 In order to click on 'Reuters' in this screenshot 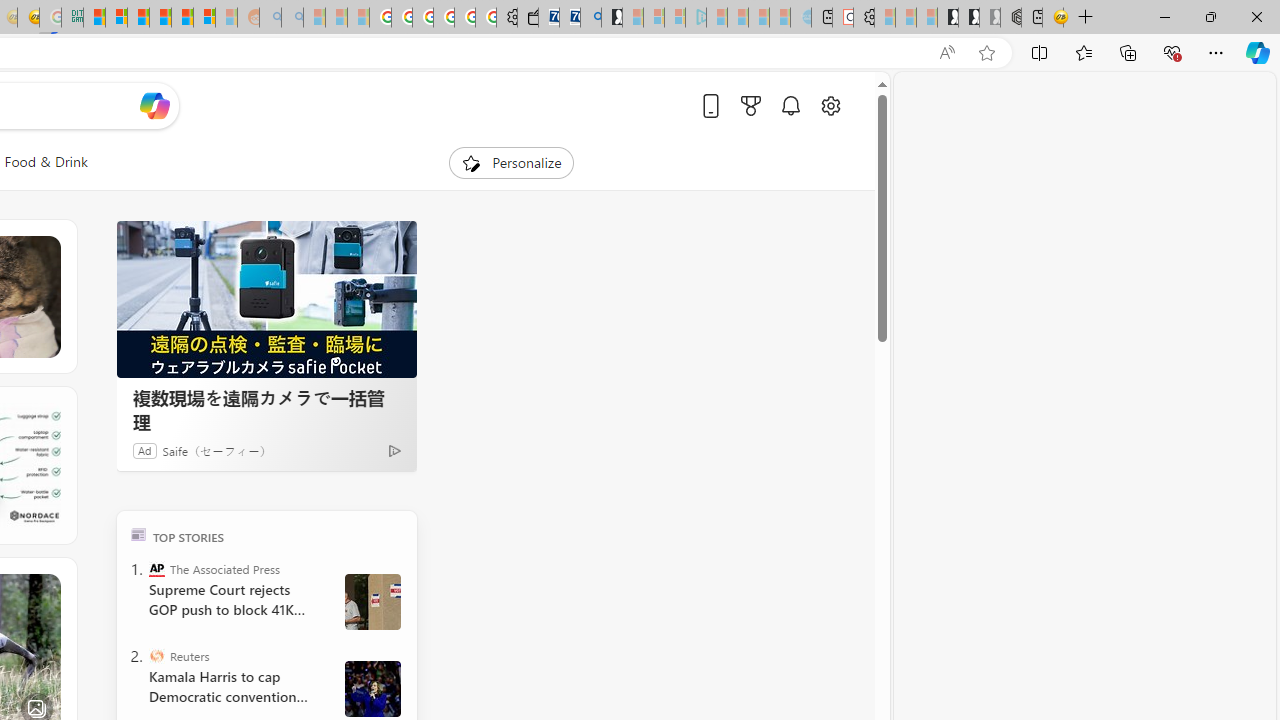, I will do `click(155, 655)`.